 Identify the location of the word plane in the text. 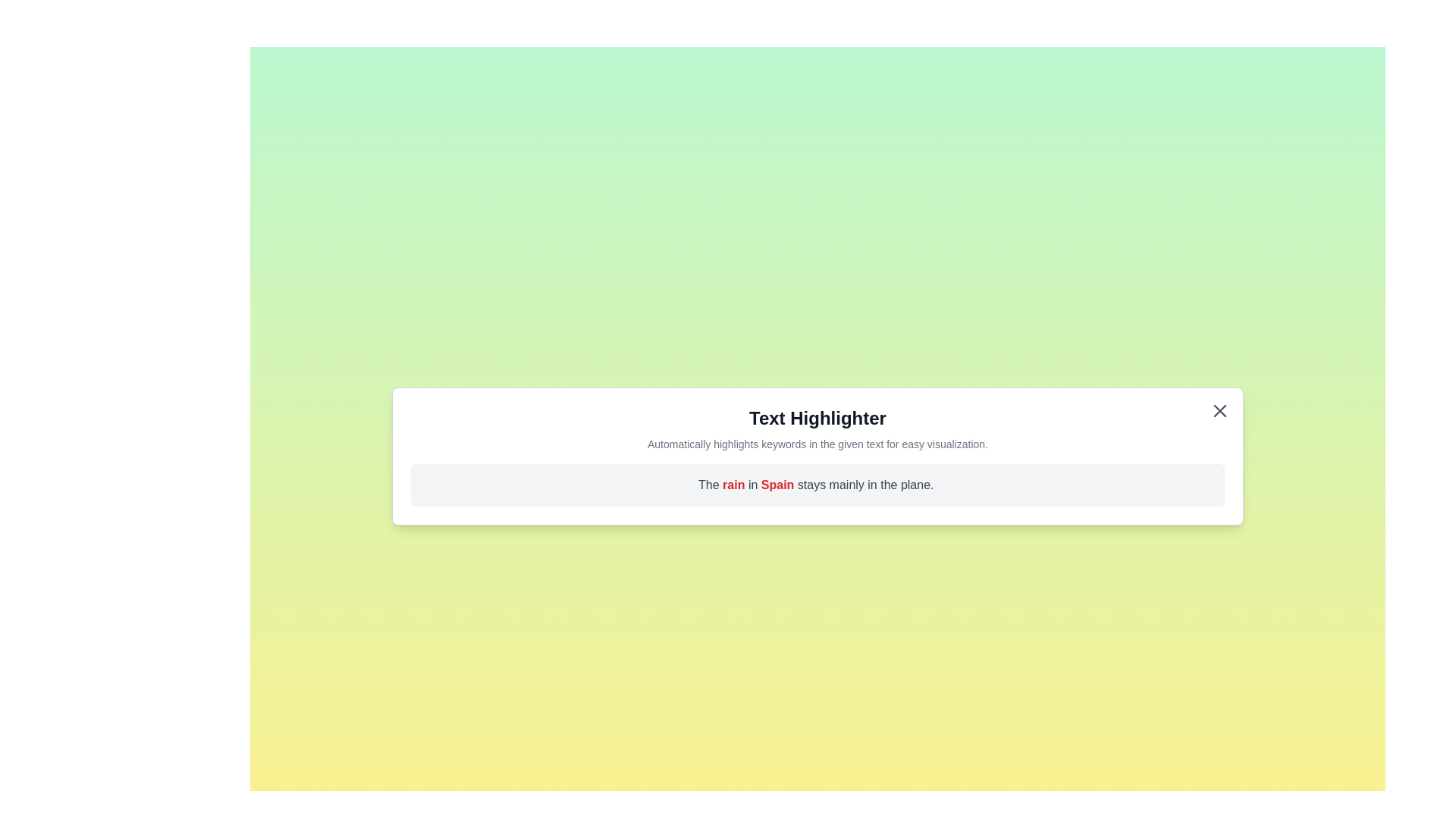
(918, 485).